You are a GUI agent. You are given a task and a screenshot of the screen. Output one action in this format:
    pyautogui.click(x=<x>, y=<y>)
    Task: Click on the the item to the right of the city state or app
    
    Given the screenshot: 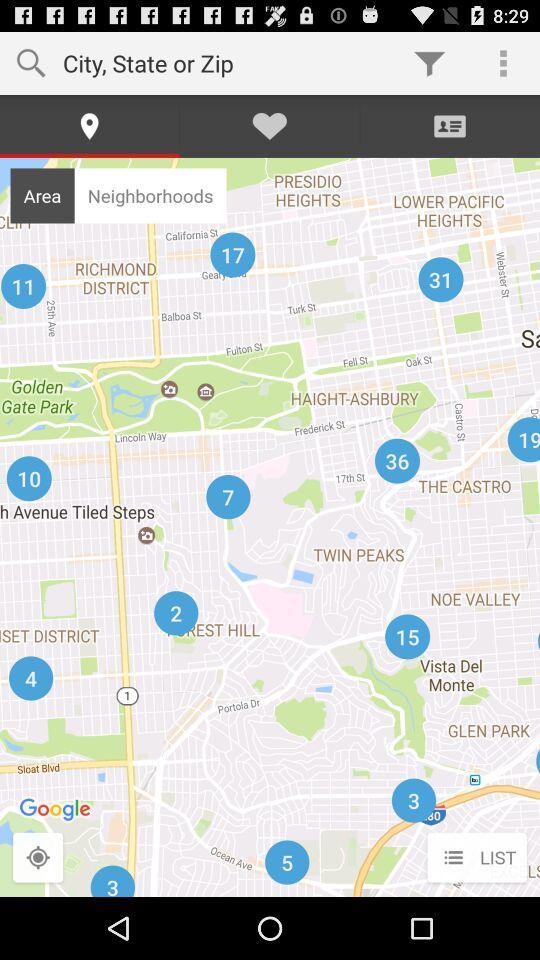 What is the action you would take?
    pyautogui.click(x=428, y=62)
    